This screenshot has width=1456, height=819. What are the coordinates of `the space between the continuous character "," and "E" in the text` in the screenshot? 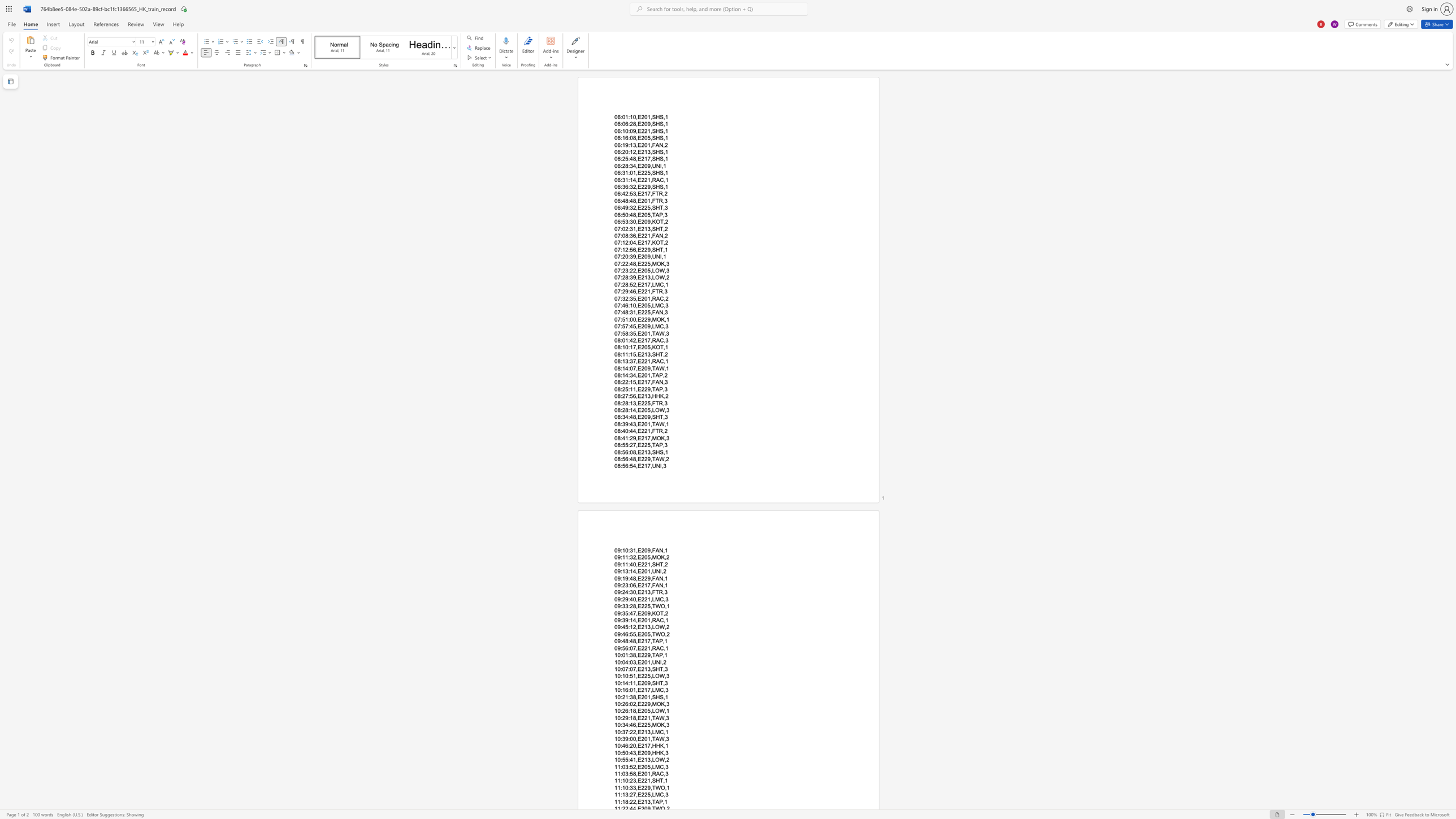 It's located at (638, 738).